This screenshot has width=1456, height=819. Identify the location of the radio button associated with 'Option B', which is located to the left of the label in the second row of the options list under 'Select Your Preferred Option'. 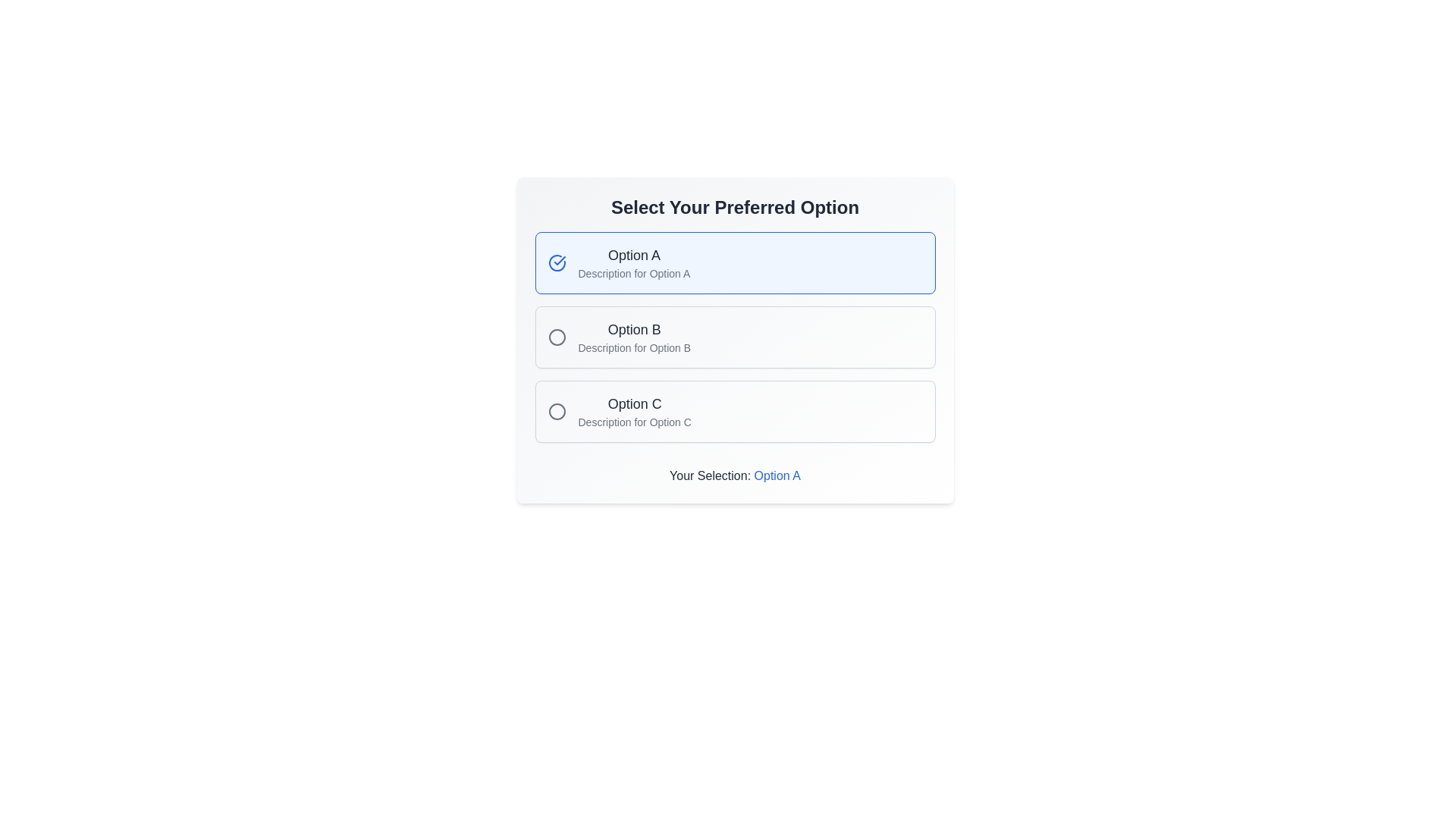
(634, 329).